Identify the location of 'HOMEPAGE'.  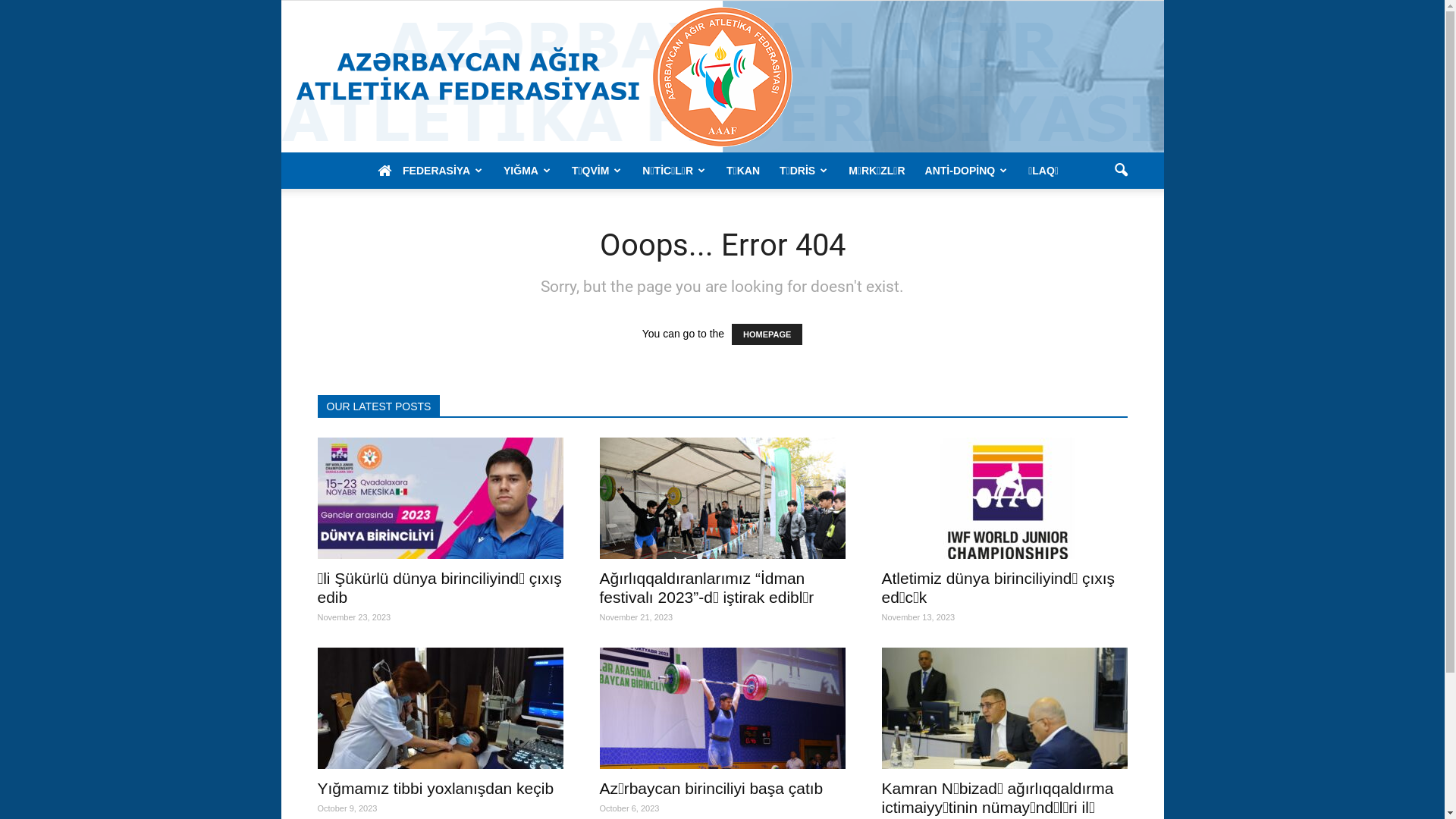
(767, 333).